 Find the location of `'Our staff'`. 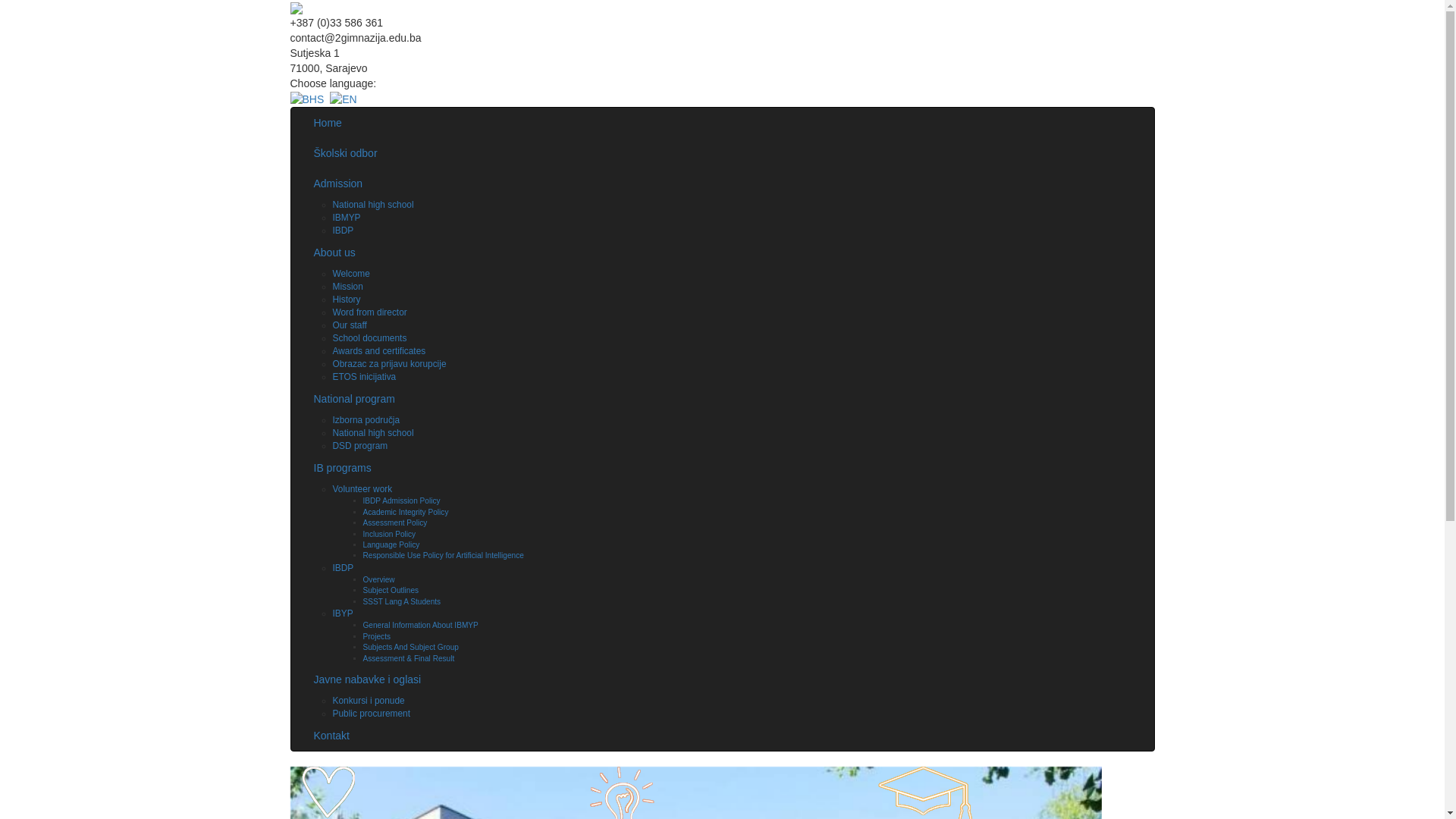

'Our staff' is located at coordinates (348, 324).